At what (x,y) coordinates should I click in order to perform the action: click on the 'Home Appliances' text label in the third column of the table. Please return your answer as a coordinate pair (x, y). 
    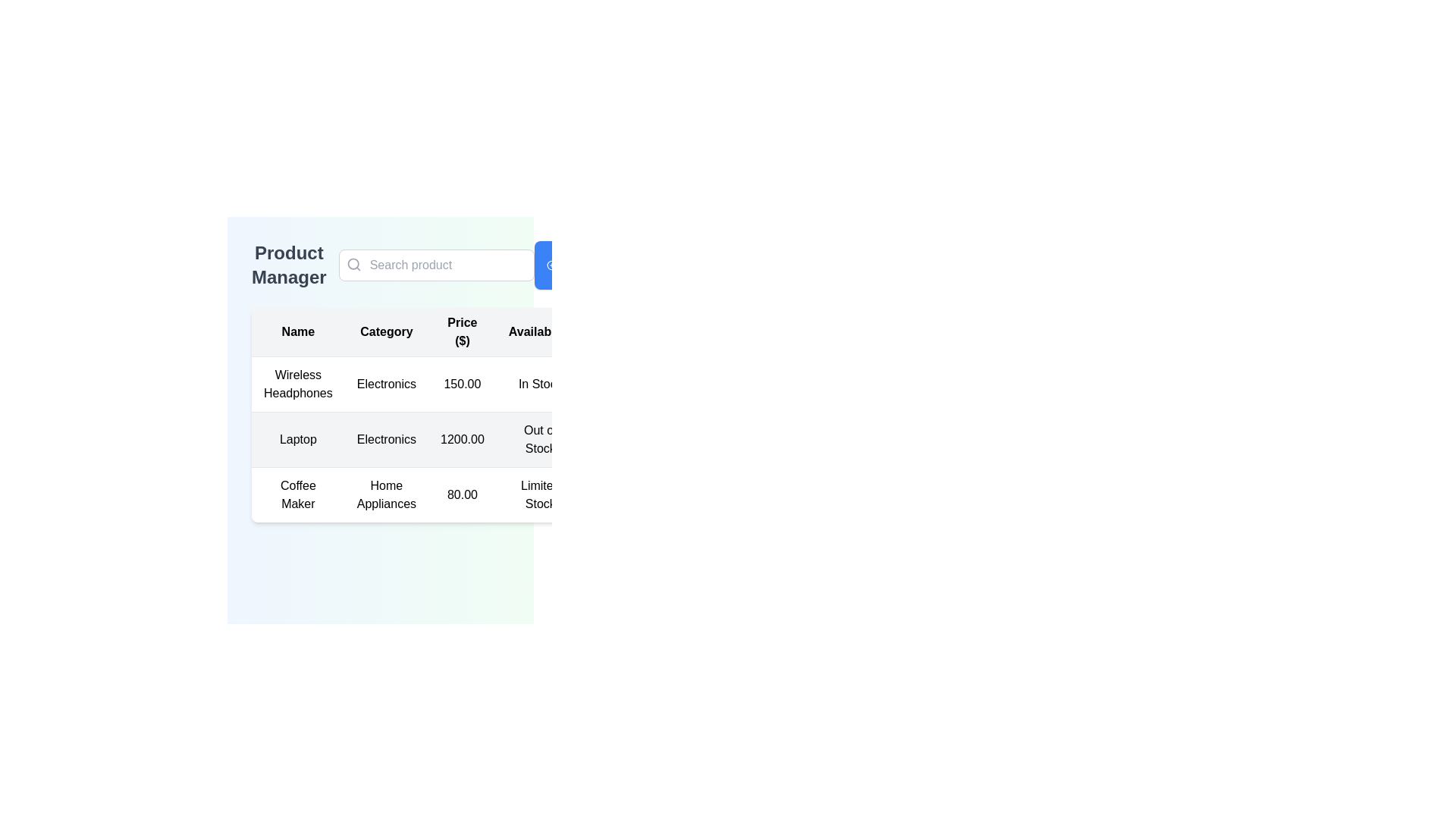
    Looking at the image, I should click on (386, 494).